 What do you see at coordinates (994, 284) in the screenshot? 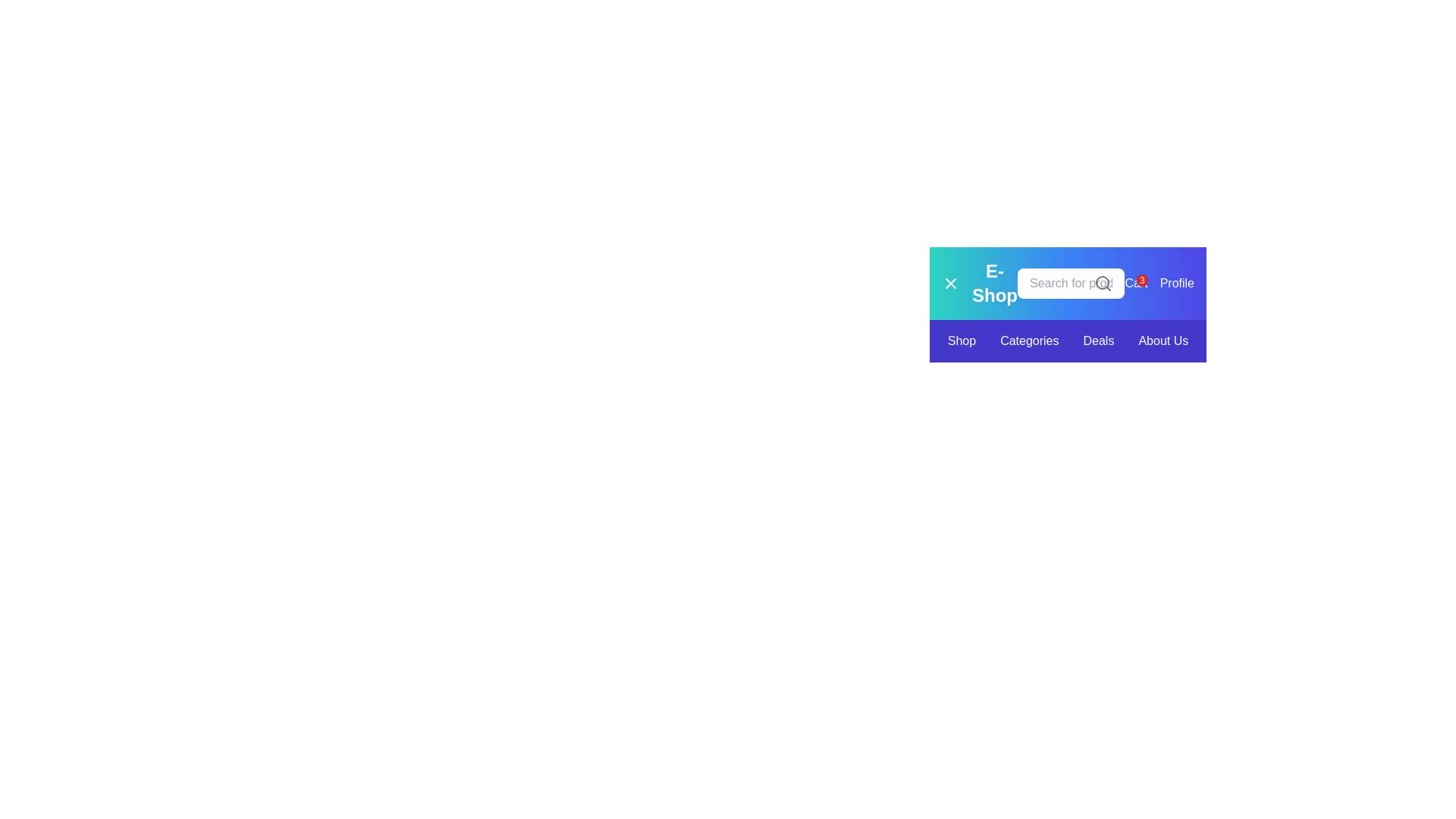
I see `the 'E-Shop' text label component, which is prominently displayed in a bold font and located in the top-left section of the interface` at bounding box center [994, 284].